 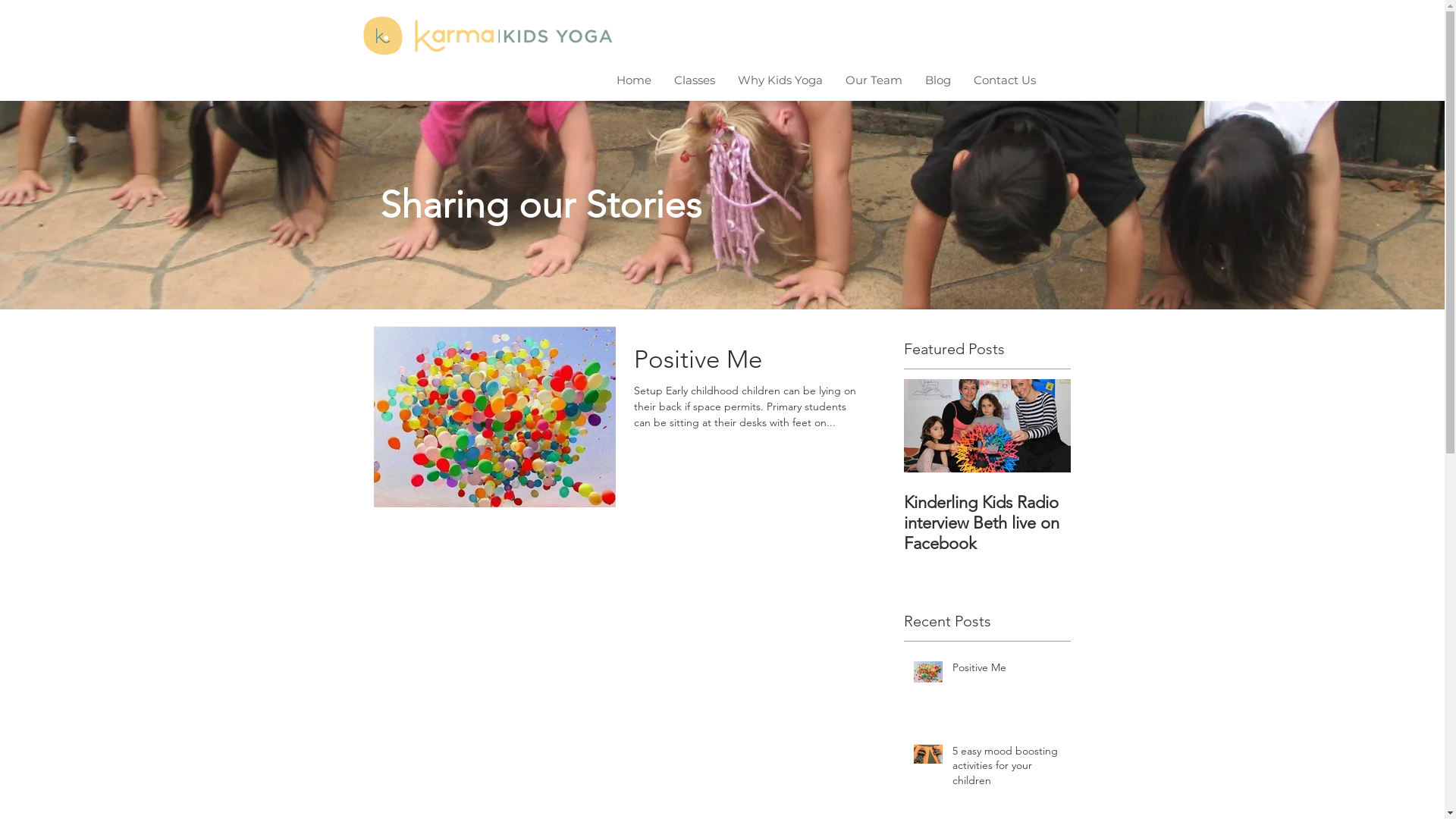 I want to click on 'Blog', so click(x=937, y=80).